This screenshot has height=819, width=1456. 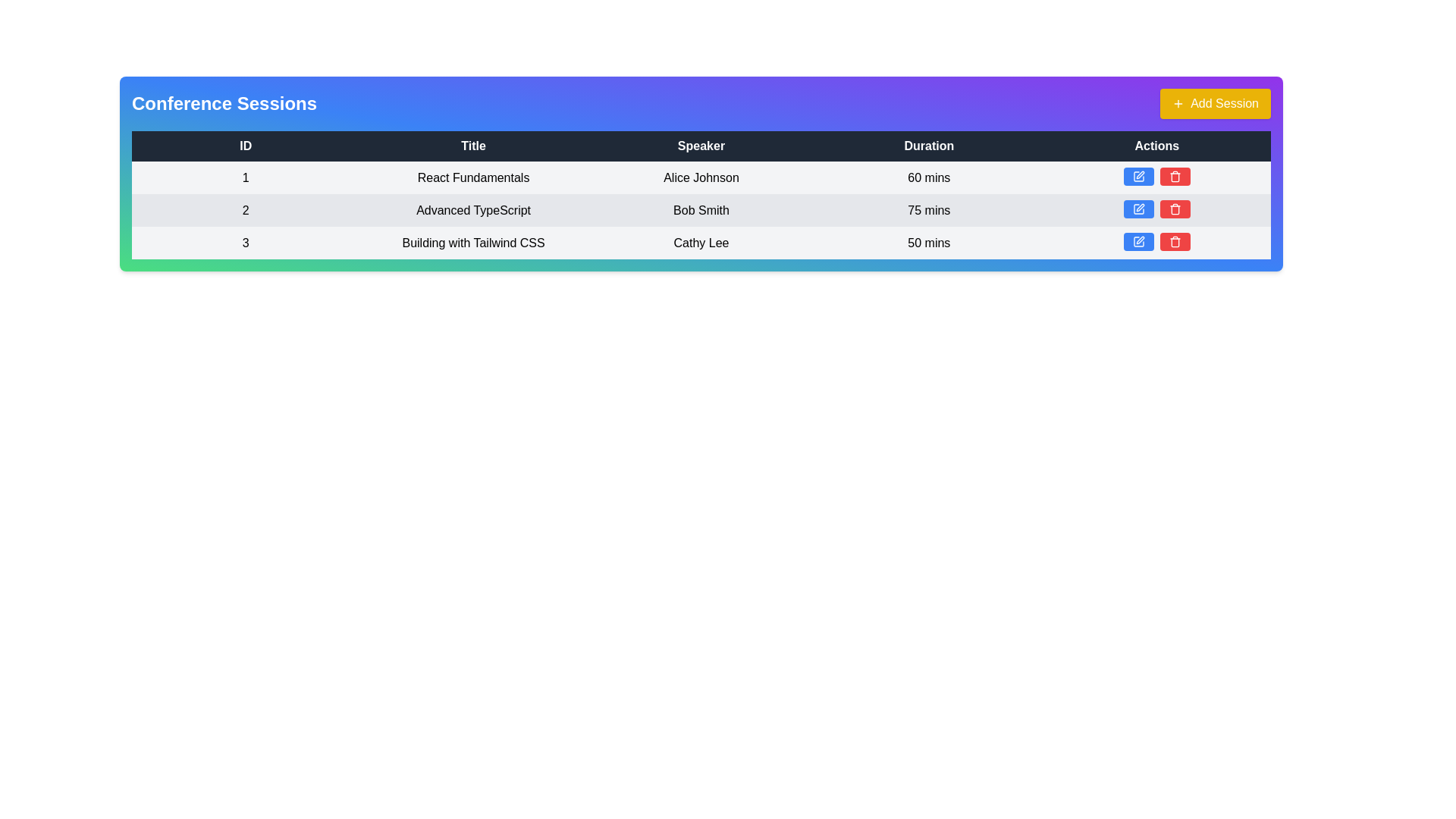 What do you see at coordinates (1138, 241) in the screenshot?
I see `the edit button located in the Actions column of the third row in the Conference Sessions table` at bounding box center [1138, 241].